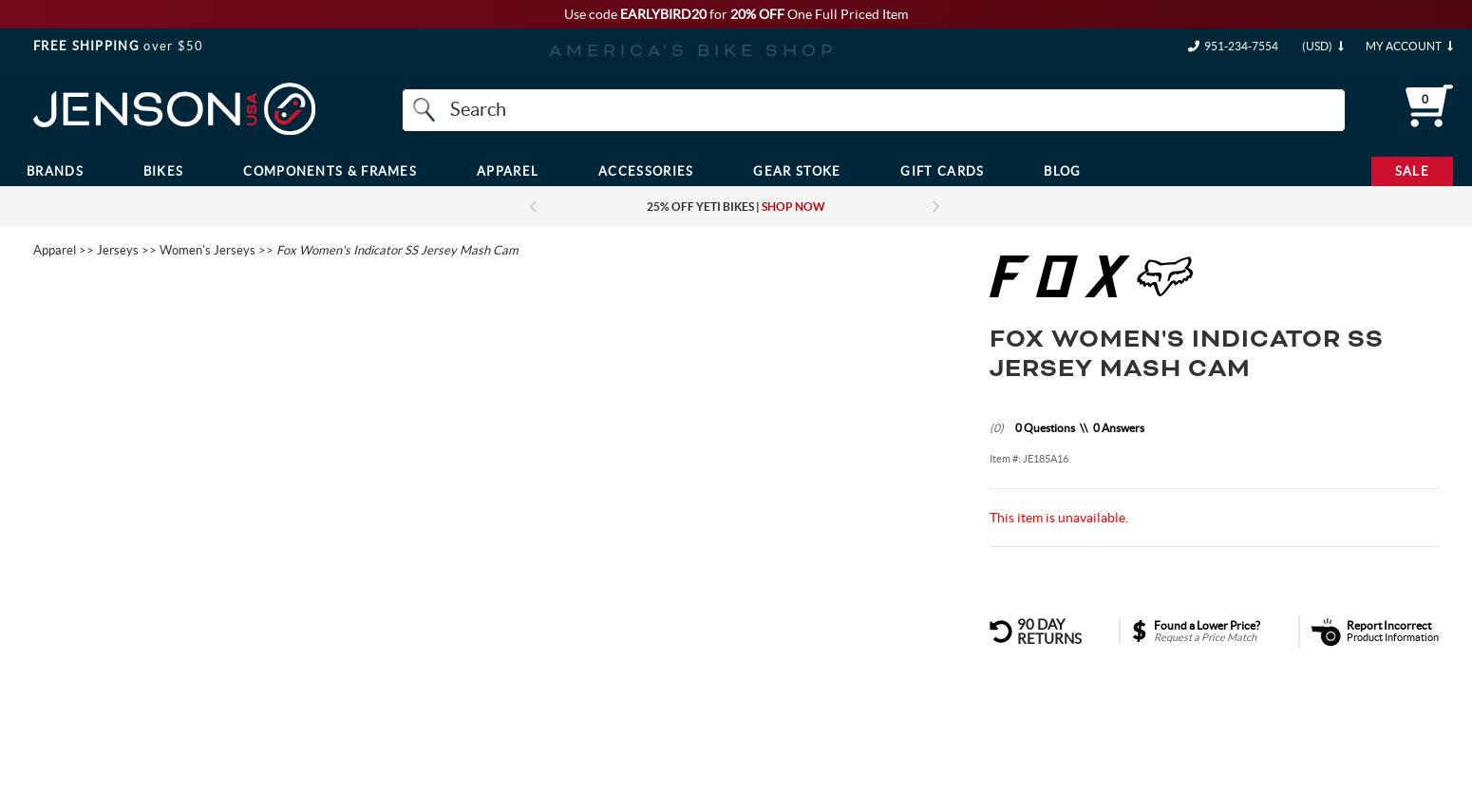 The height and width of the screenshot is (812, 1472). I want to click on 'Report Incorrect', so click(1387, 623).